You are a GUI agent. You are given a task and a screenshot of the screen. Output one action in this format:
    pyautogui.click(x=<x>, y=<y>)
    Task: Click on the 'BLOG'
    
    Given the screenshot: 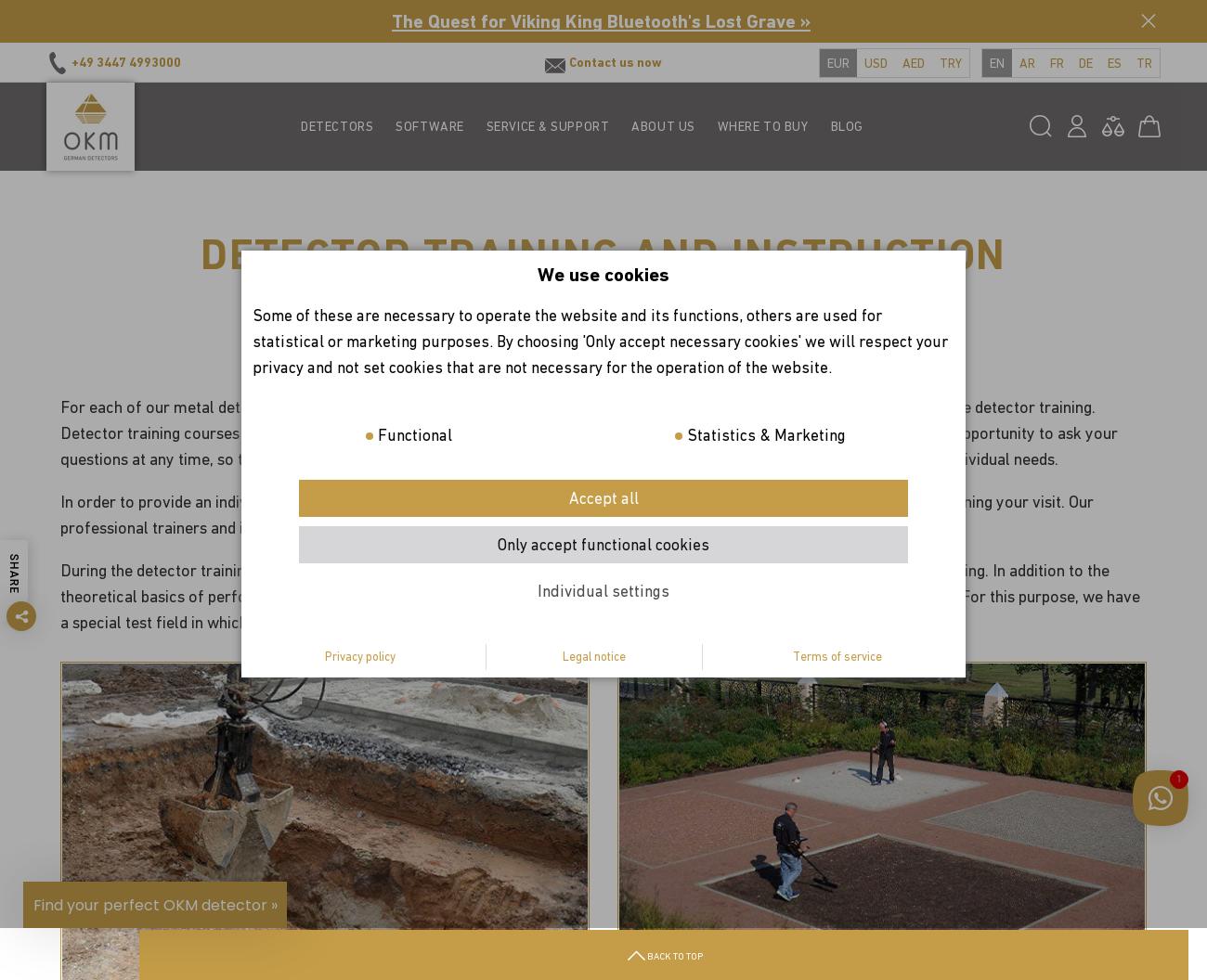 What is the action you would take?
    pyautogui.click(x=845, y=124)
    